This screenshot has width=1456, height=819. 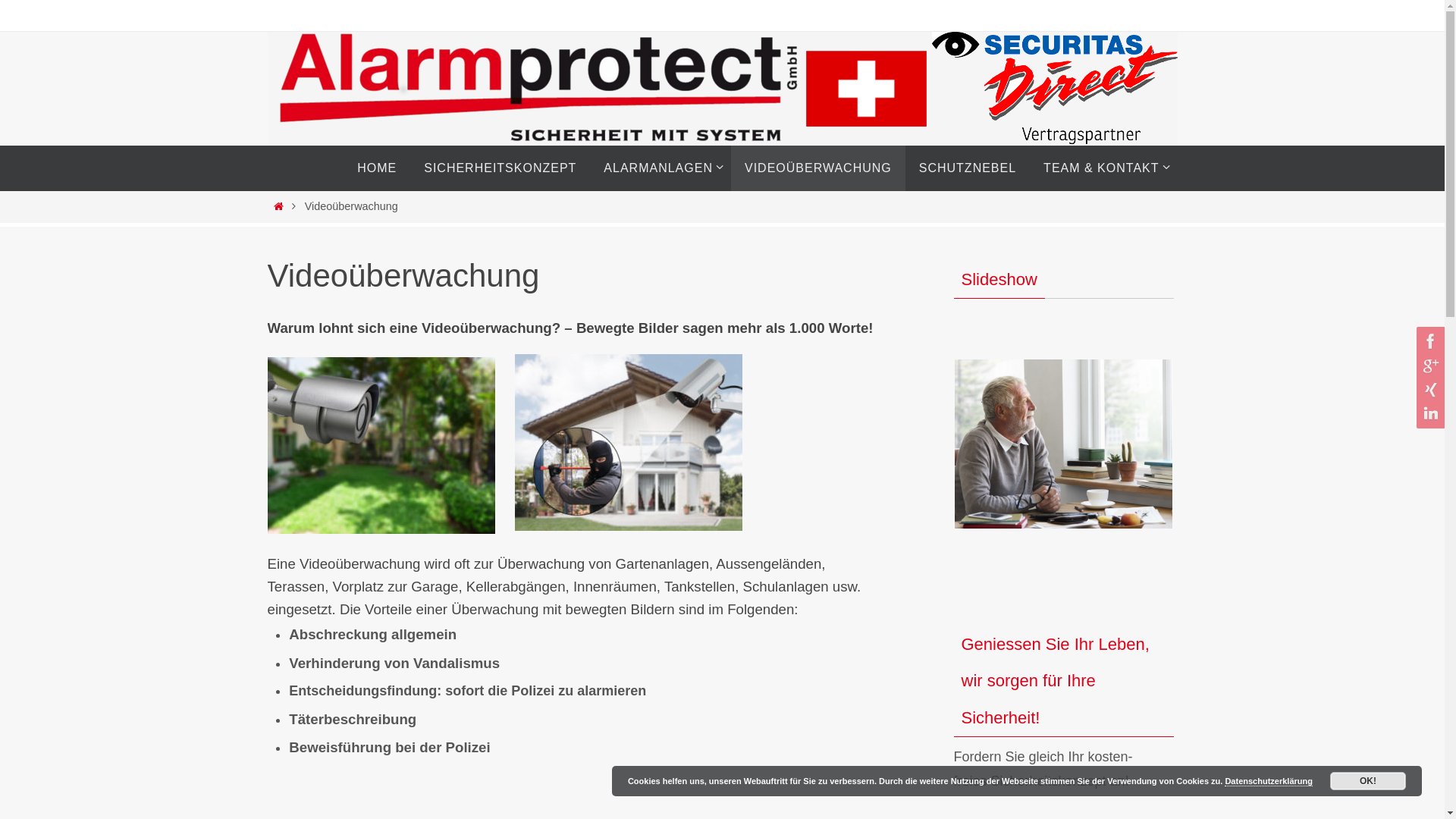 I want to click on 'GooglePlus', so click(x=1427, y=366).